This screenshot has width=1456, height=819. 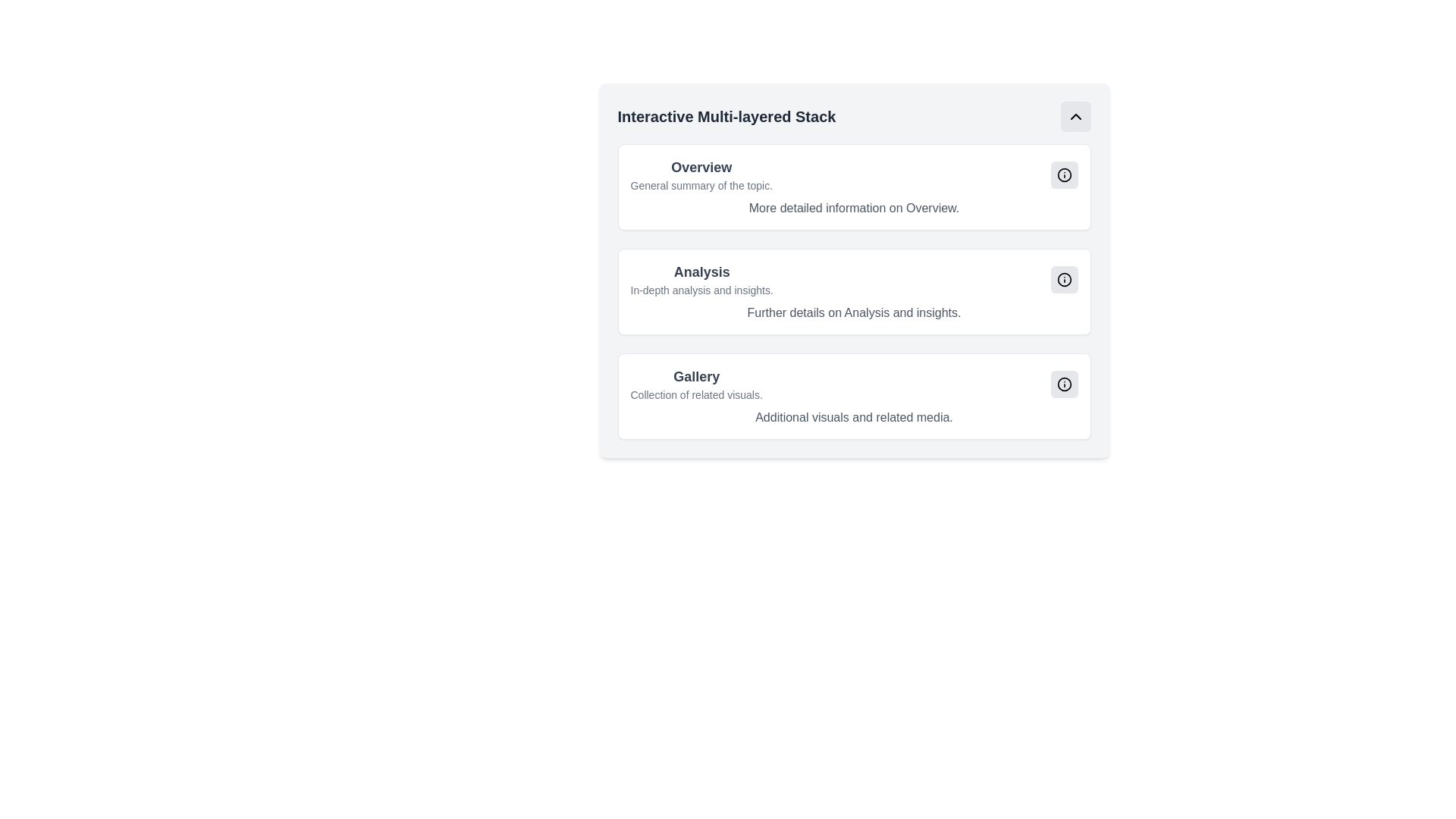 What do you see at coordinates (695, 383) in the screenshot?
I see `the descriptive text group containing the 'Gallery' title and subtitle, which is the third item in a vertically stacked group of labeled sections` at bounding box center [695, 383].